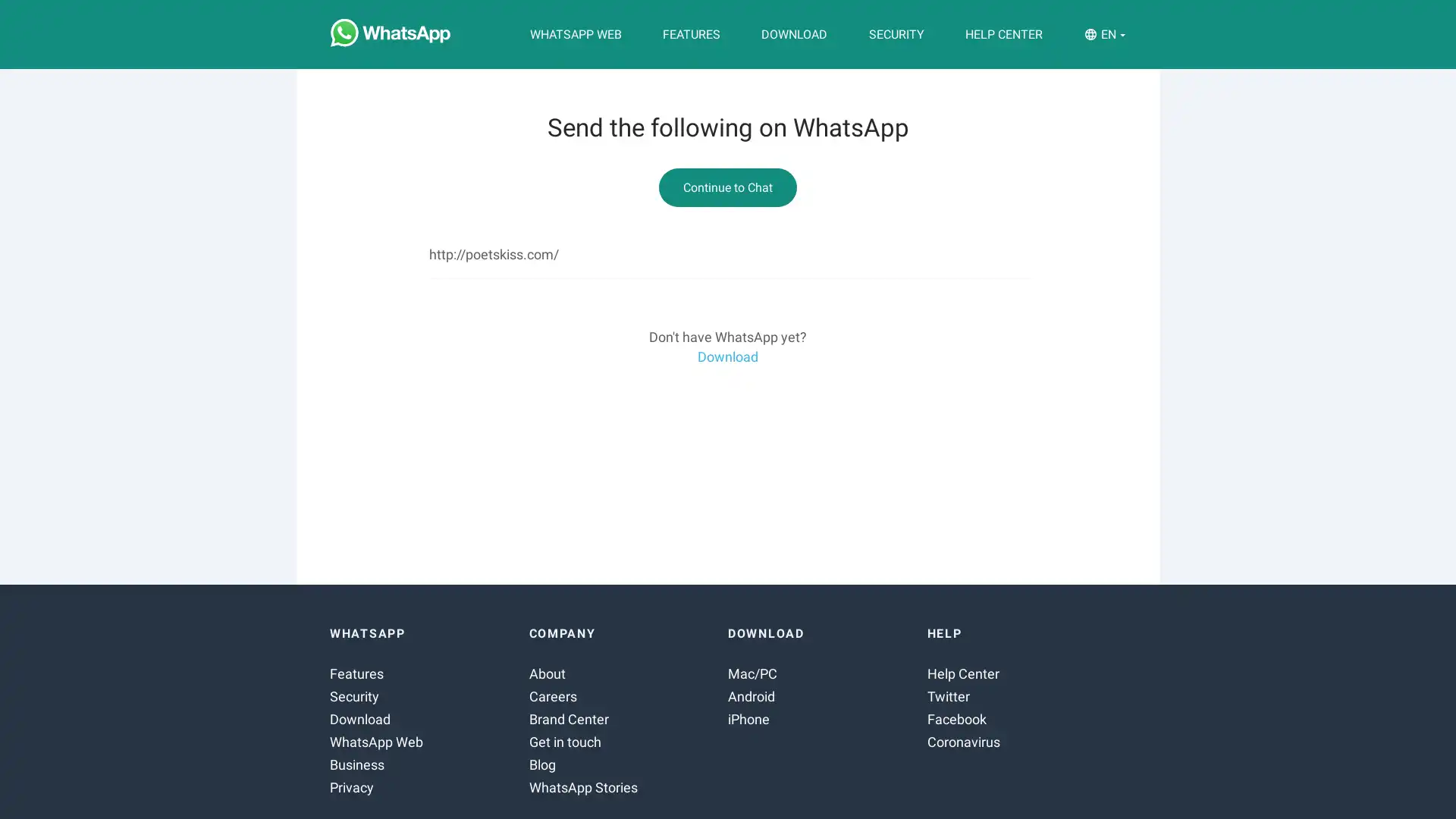  What do you see at coordinates (1105, 34) in the screenshot?
I see `EN` at bounding box center [1105, 34].